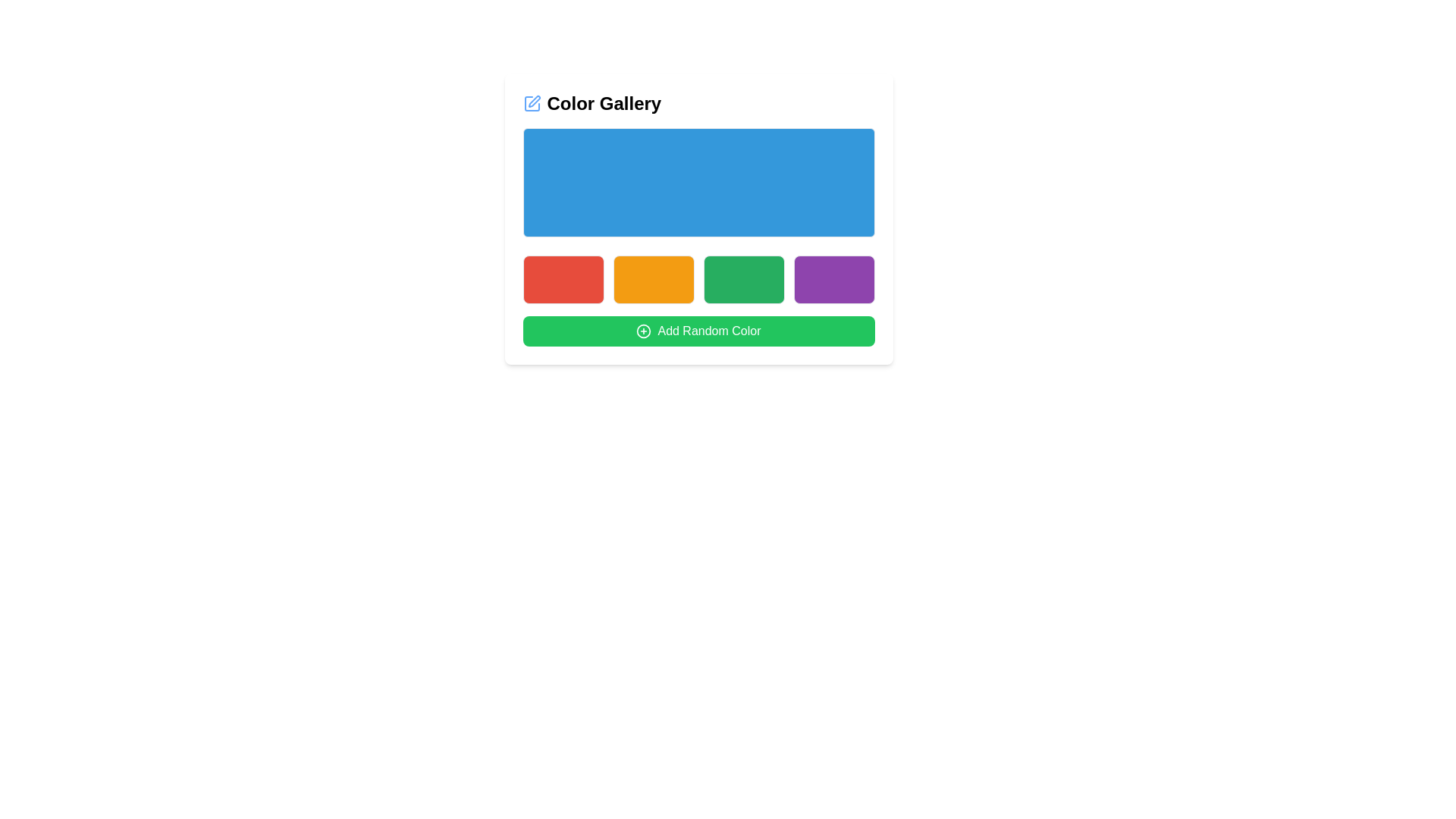 The height and width of the screenshot is (819, 1456). What do you see at coordinates (833, 280) in the screenshot?
I see `the fourth interactive button with a purple background` at bounding box center [833, 280].